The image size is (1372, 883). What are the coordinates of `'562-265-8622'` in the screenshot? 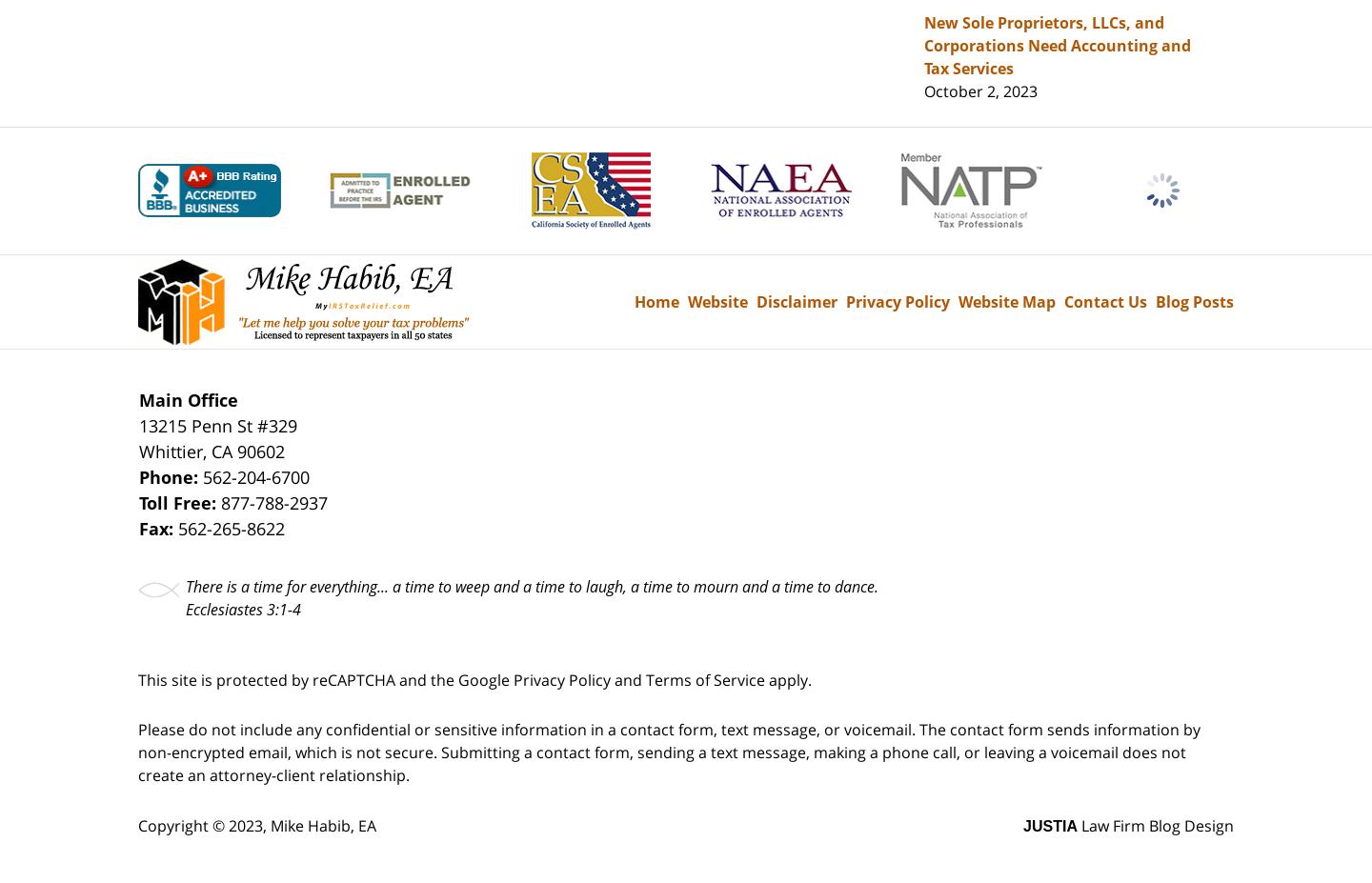 It's located at (231, 527).